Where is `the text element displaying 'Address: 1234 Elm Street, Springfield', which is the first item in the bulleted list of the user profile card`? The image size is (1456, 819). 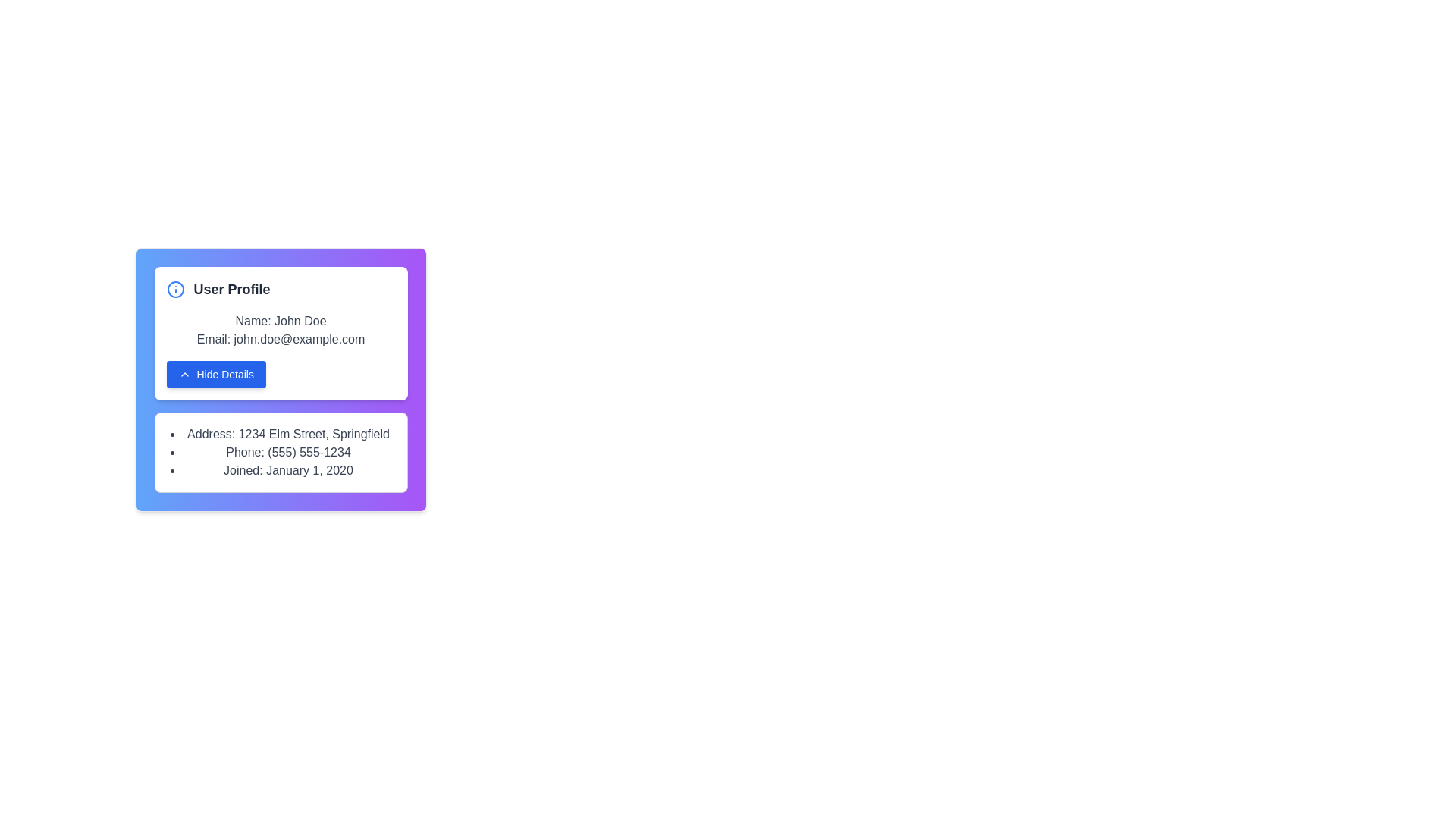 the text element displaying 'Address: 1234 Elm Street, Springfield', which is the first item in the bulleted list of the user profile card is located at coordinates (288, 435).